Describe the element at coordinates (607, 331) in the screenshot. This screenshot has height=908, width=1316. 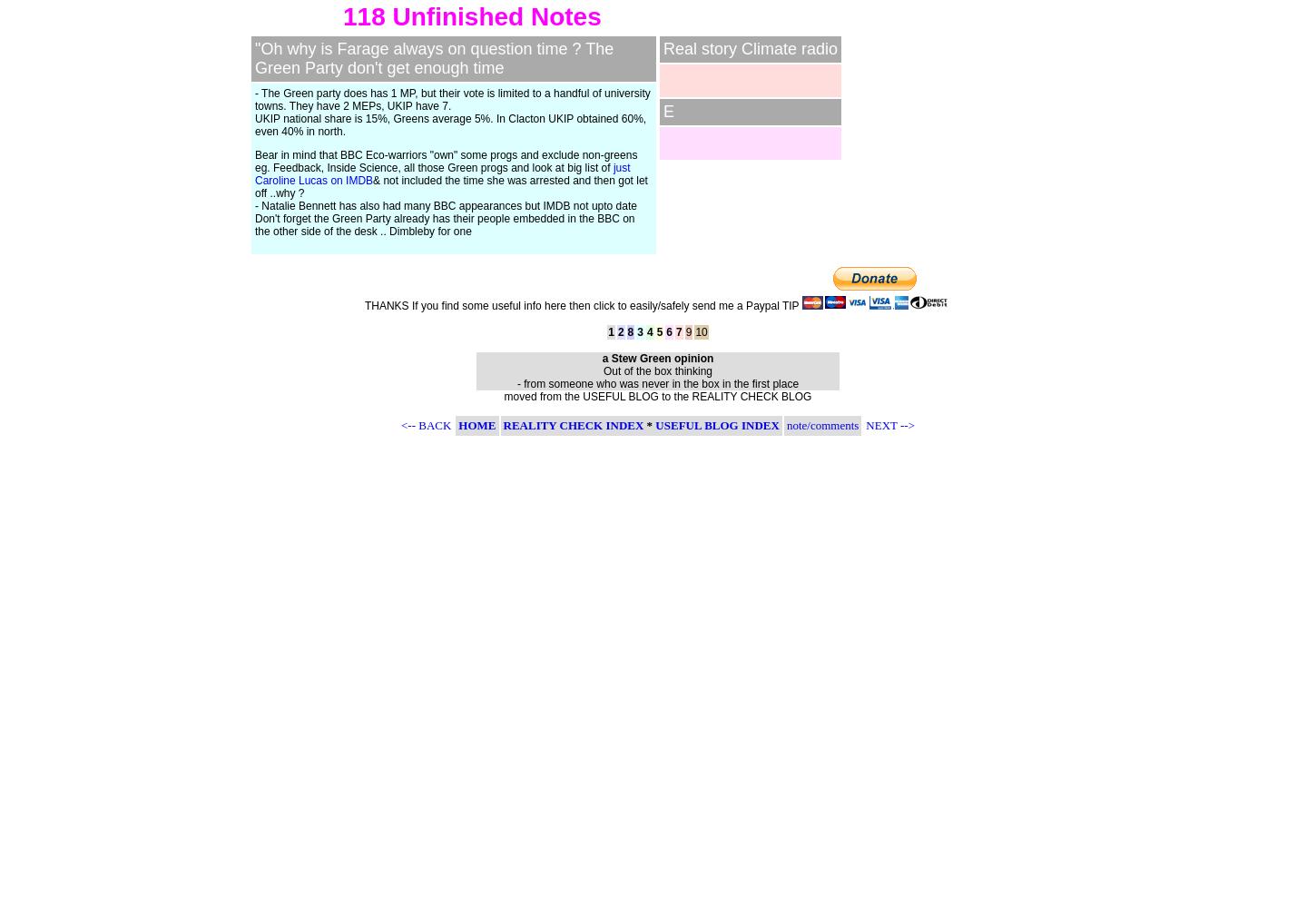
I see `'1'` at that location.